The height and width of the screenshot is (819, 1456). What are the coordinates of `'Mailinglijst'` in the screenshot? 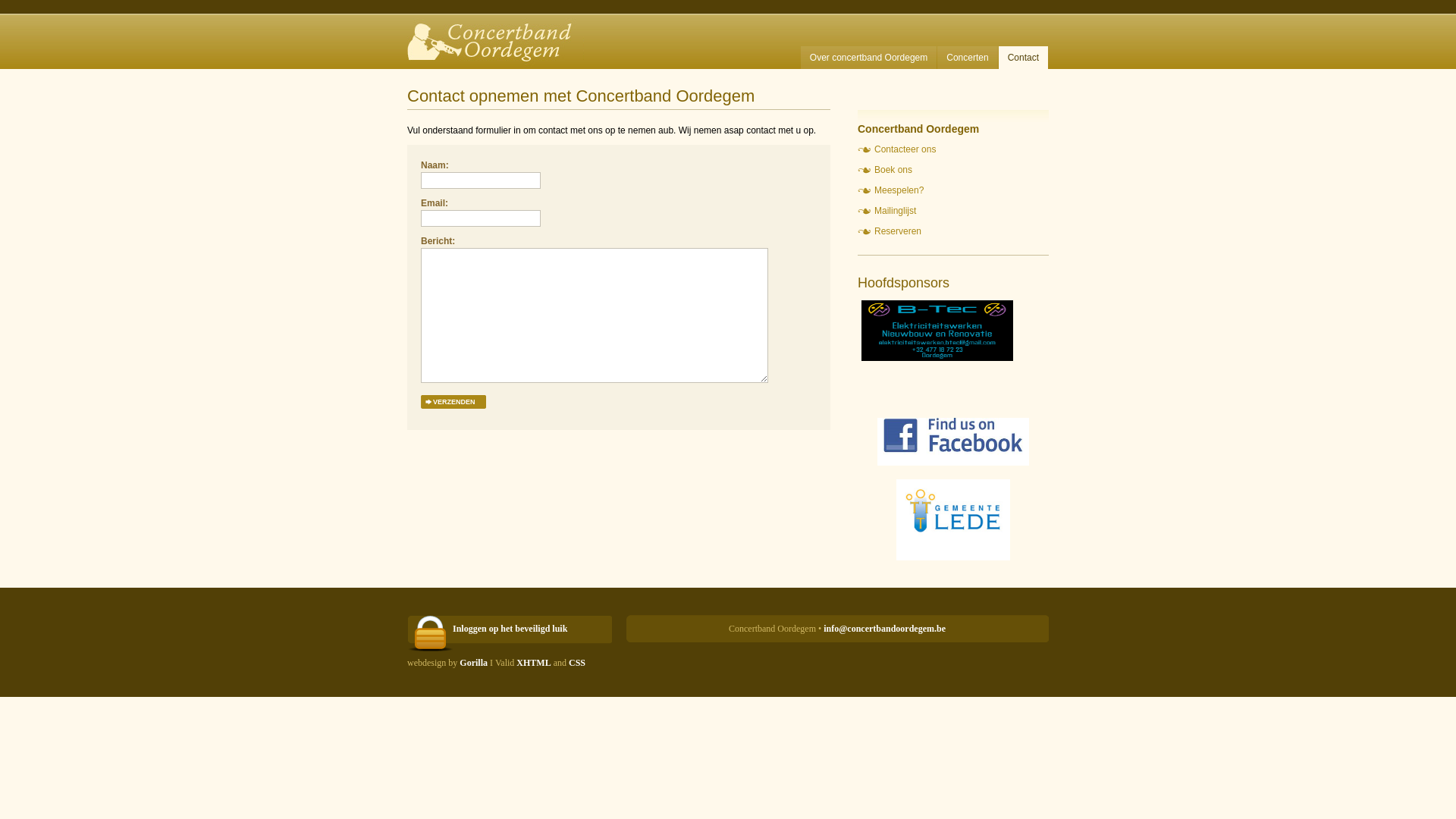 It's located at (858, 210).